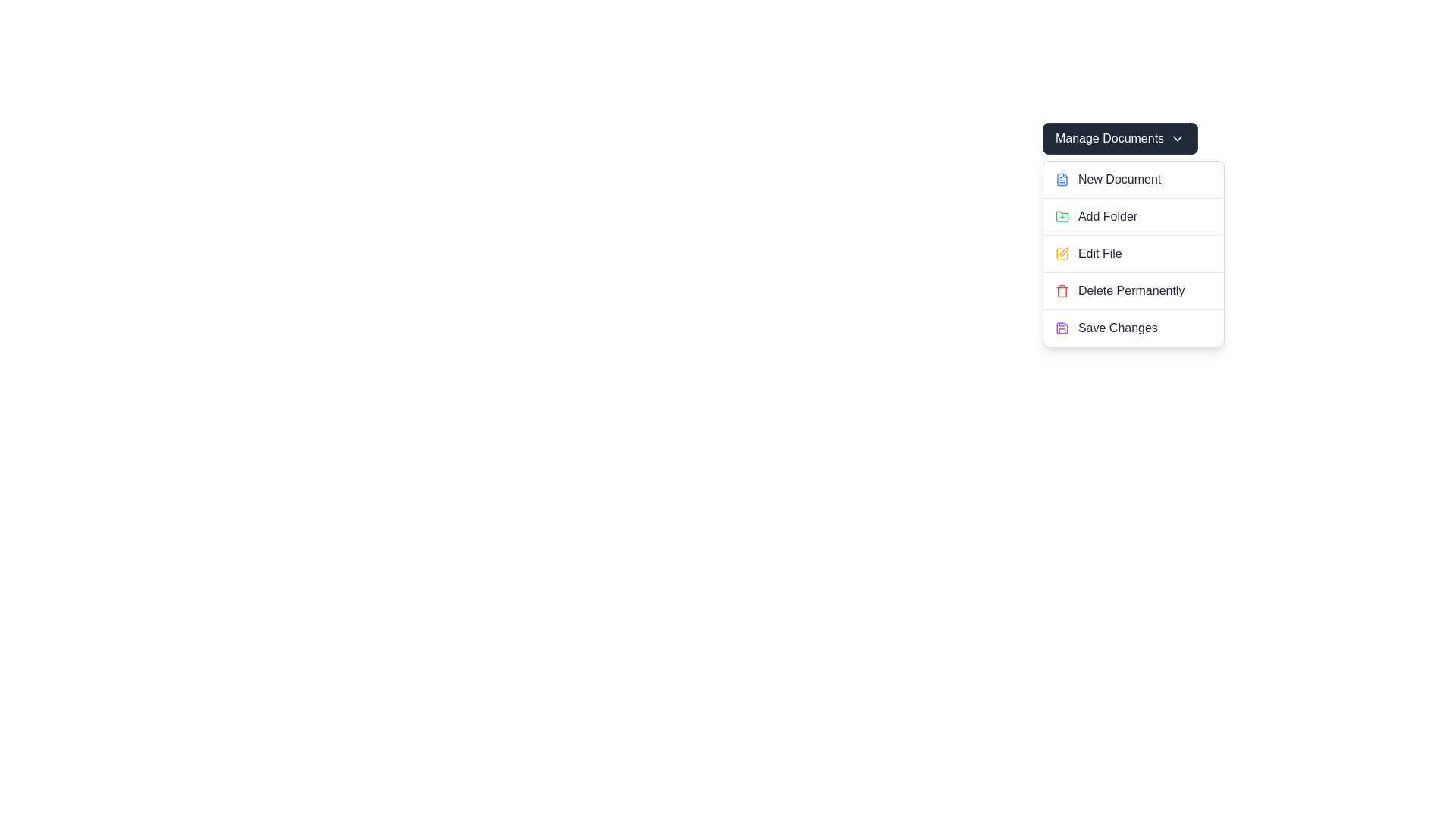 The width and height of the screenshot is (1456, 819). I want to click on the 'Add Folder' menu item, which is the second item in the dropdown menu below 'New Document' and above 'Edit File', so click(1133, 216).